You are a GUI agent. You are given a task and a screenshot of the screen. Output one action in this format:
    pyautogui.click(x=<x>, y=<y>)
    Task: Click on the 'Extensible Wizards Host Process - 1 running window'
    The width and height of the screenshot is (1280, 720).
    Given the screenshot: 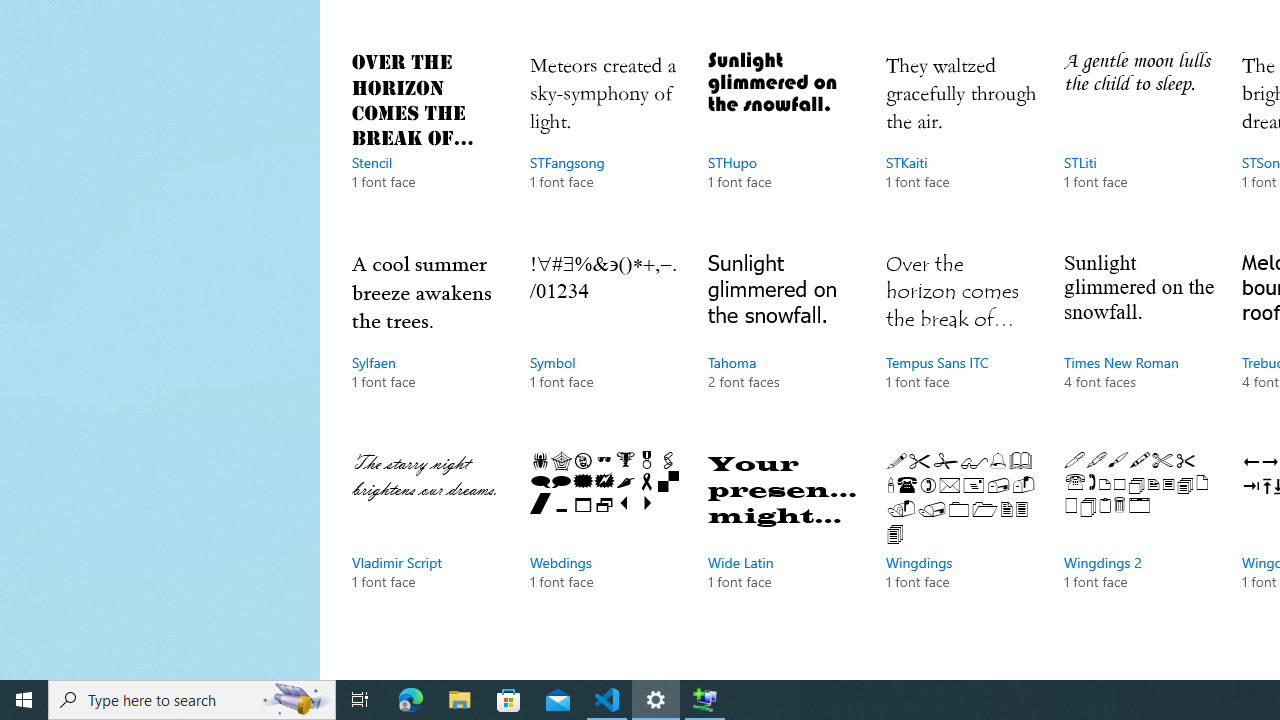 What is the action you would take?
    pyautogui.click(x=705, y=698)
    